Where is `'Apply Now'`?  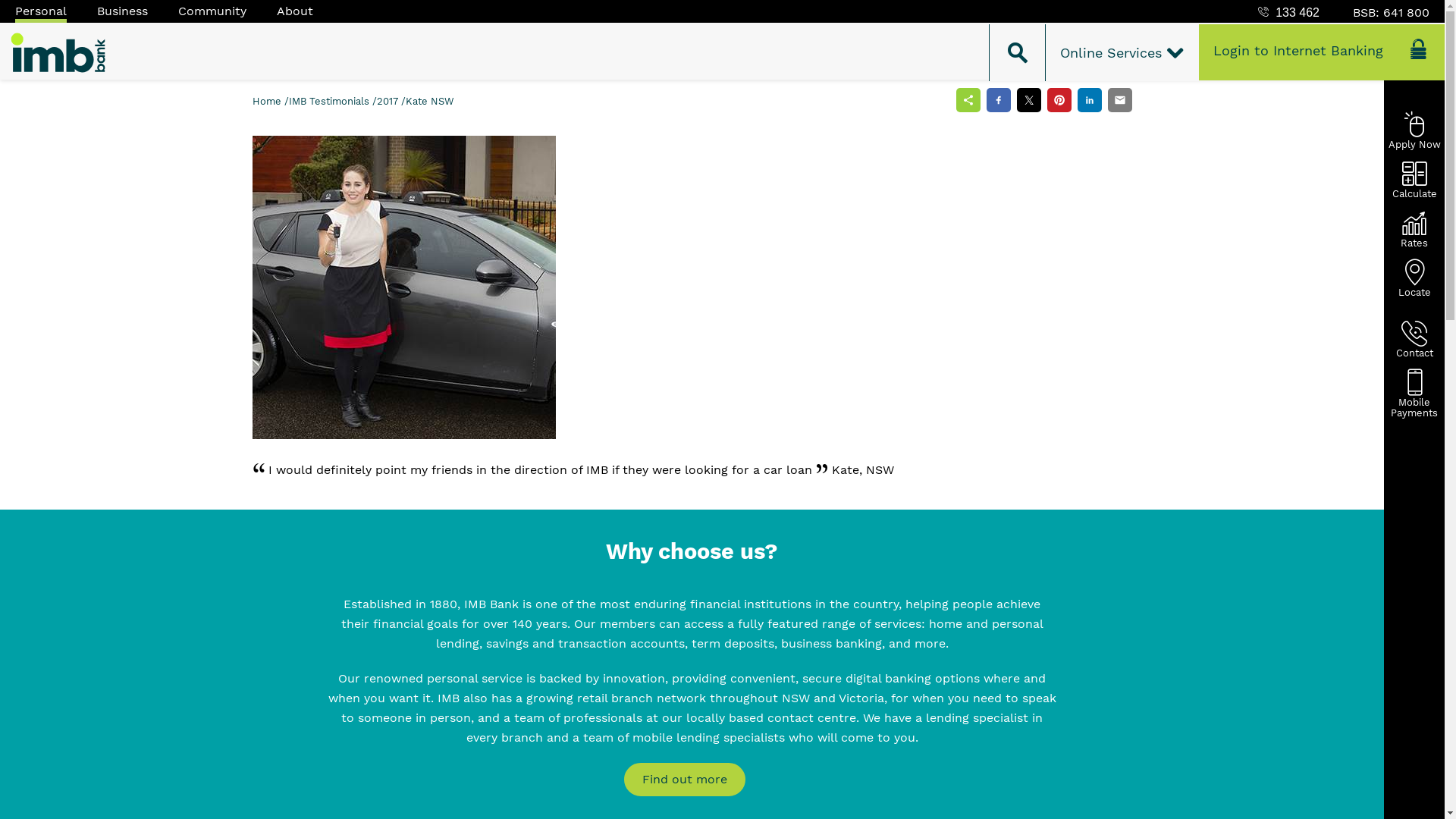
'Apply Now' is located at coordinates (1414, 129).